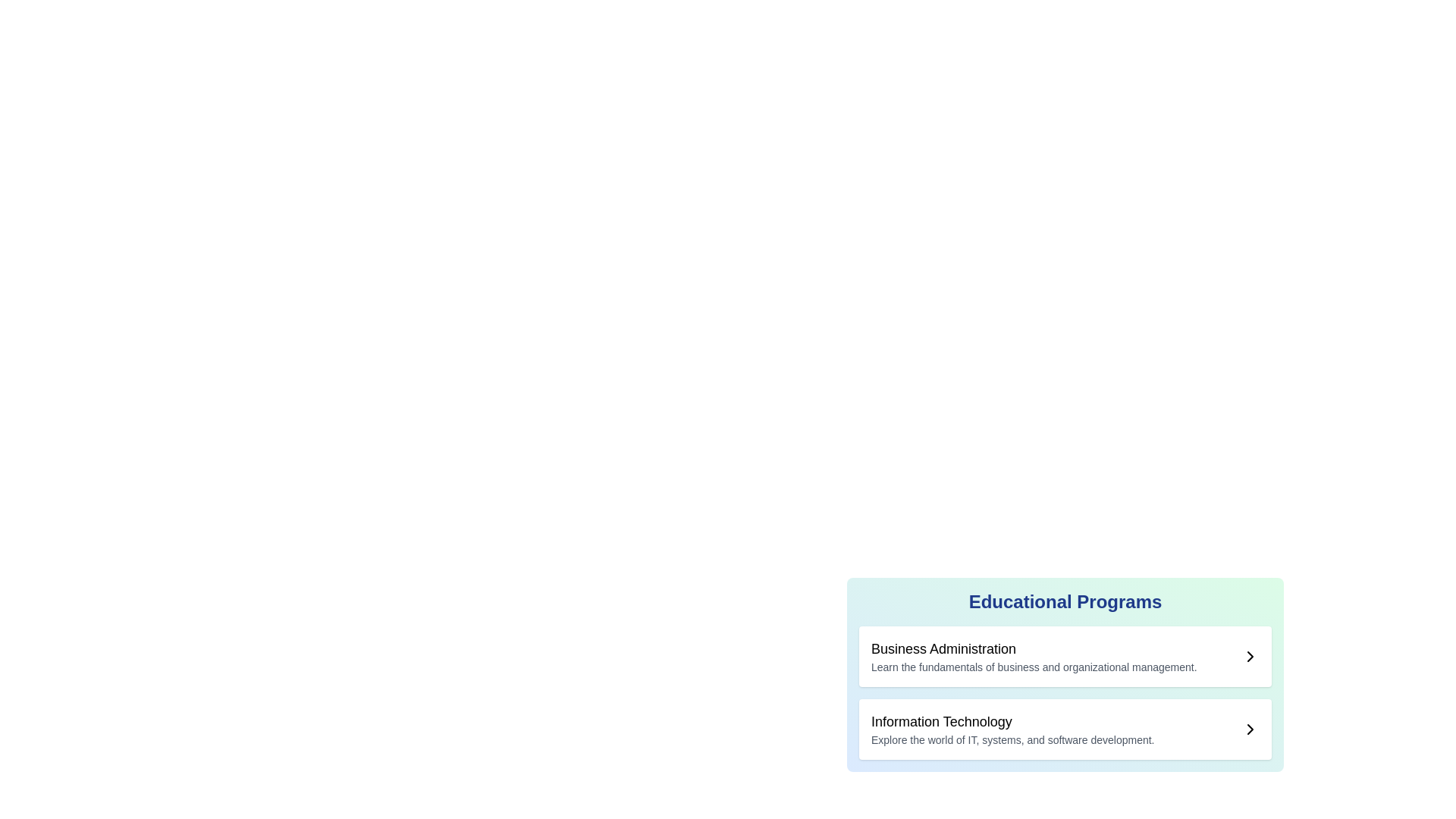 The height and width of the screenshot is (819, 1456). What do you see at coordinates (1250, 728) in the screenshot?
I see `the icon located at the far right end of the 'Information Technology' section in the 'Educational Programs' list` at bounding box center [1250, 728].